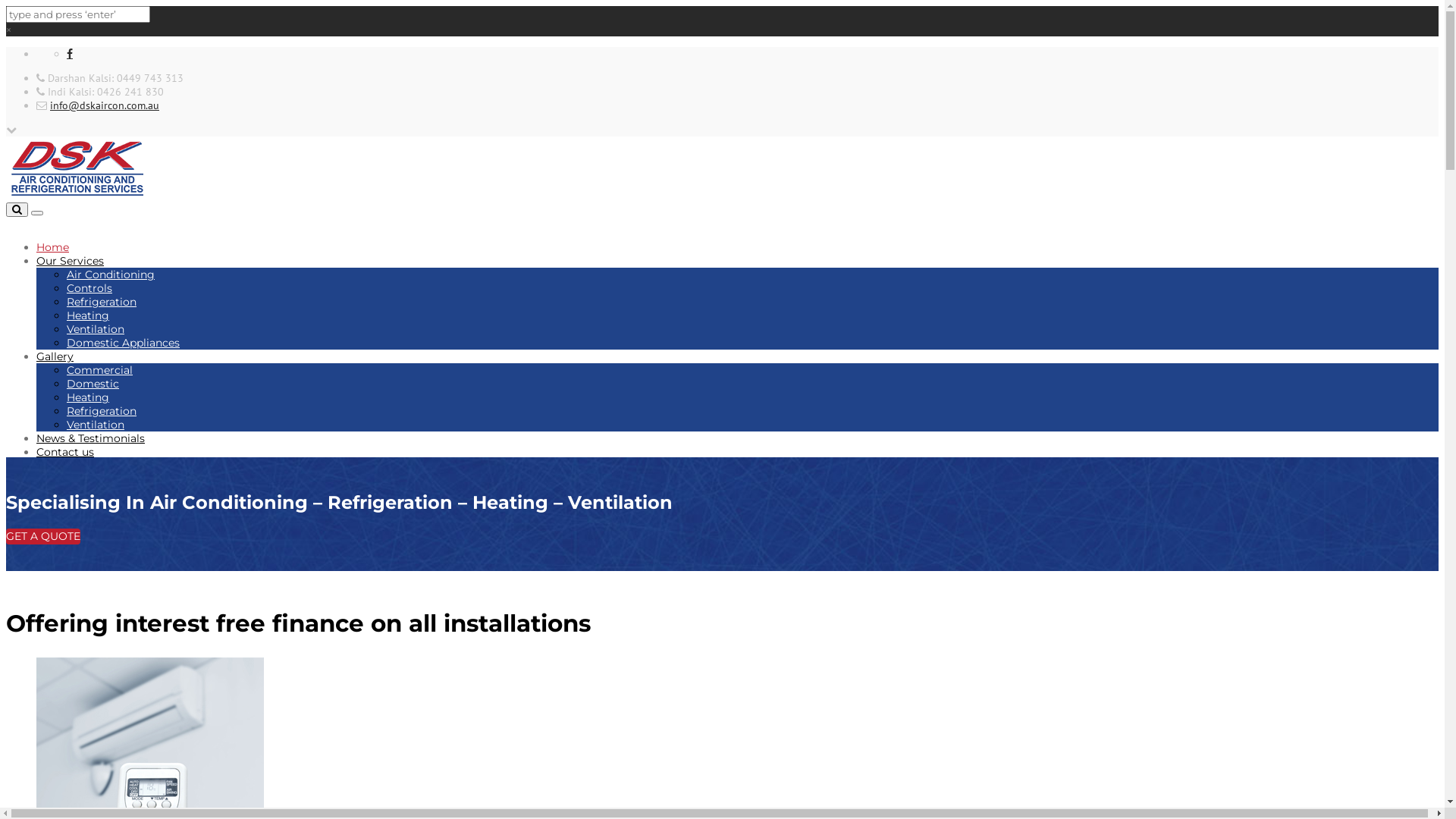 Image resolution: width=1456 pixels, height=819 pixels. I want to click on 'Refrigeration', so click(101, 301).